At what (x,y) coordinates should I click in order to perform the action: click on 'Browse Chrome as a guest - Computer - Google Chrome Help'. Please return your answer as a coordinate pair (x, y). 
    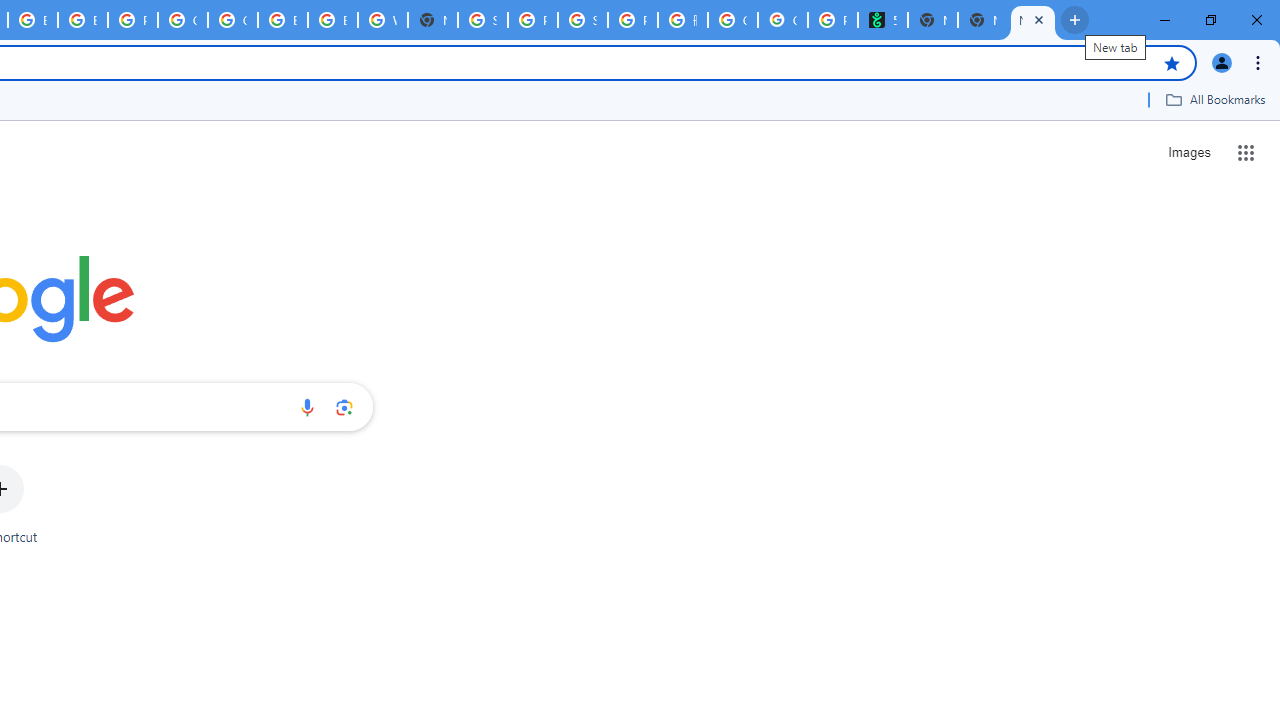
    Looking at the image, I should click on (282, 20).